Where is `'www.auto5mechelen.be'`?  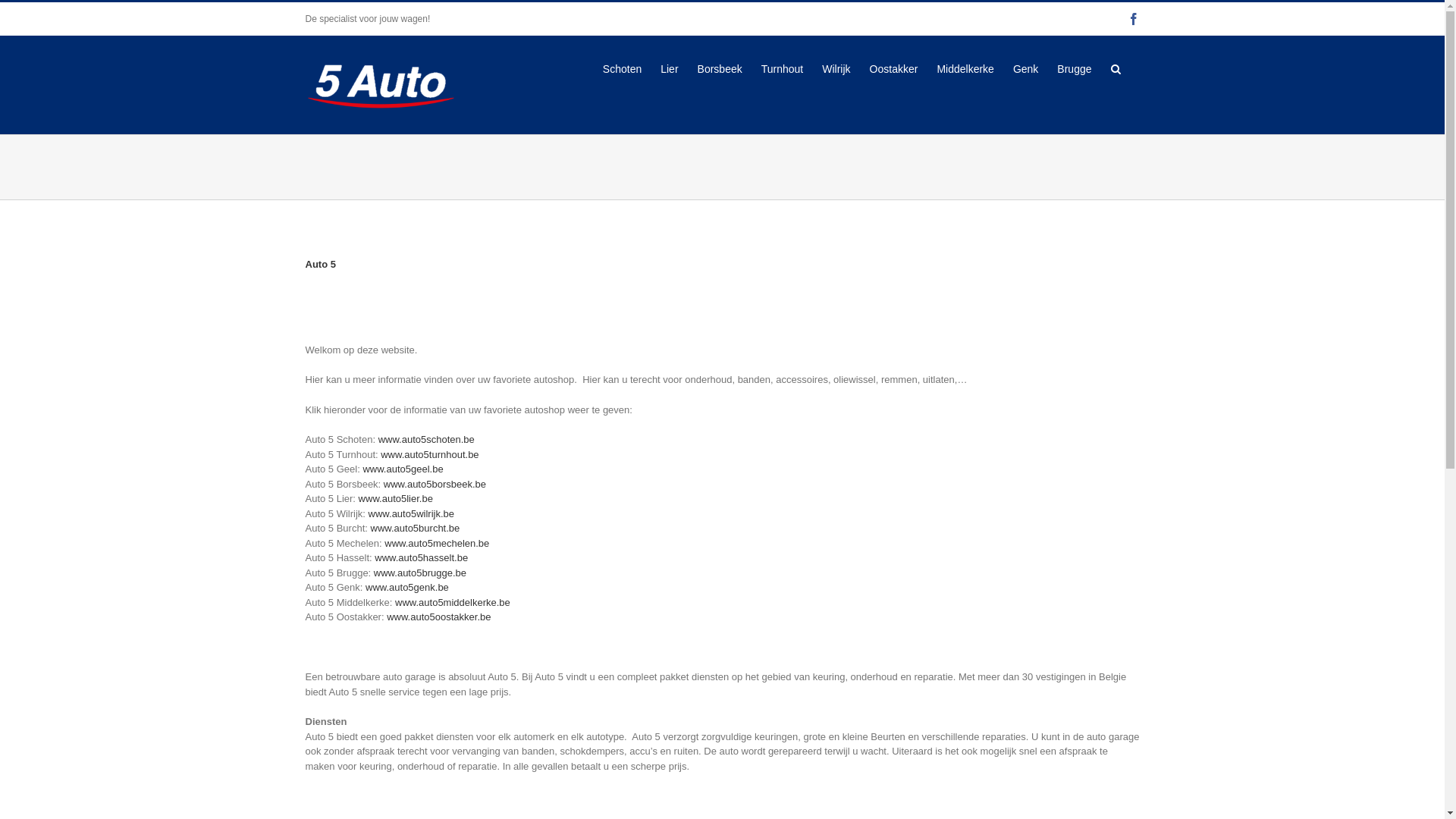 'www.auto5mechelen.be' is located at coordinates (436, 541).